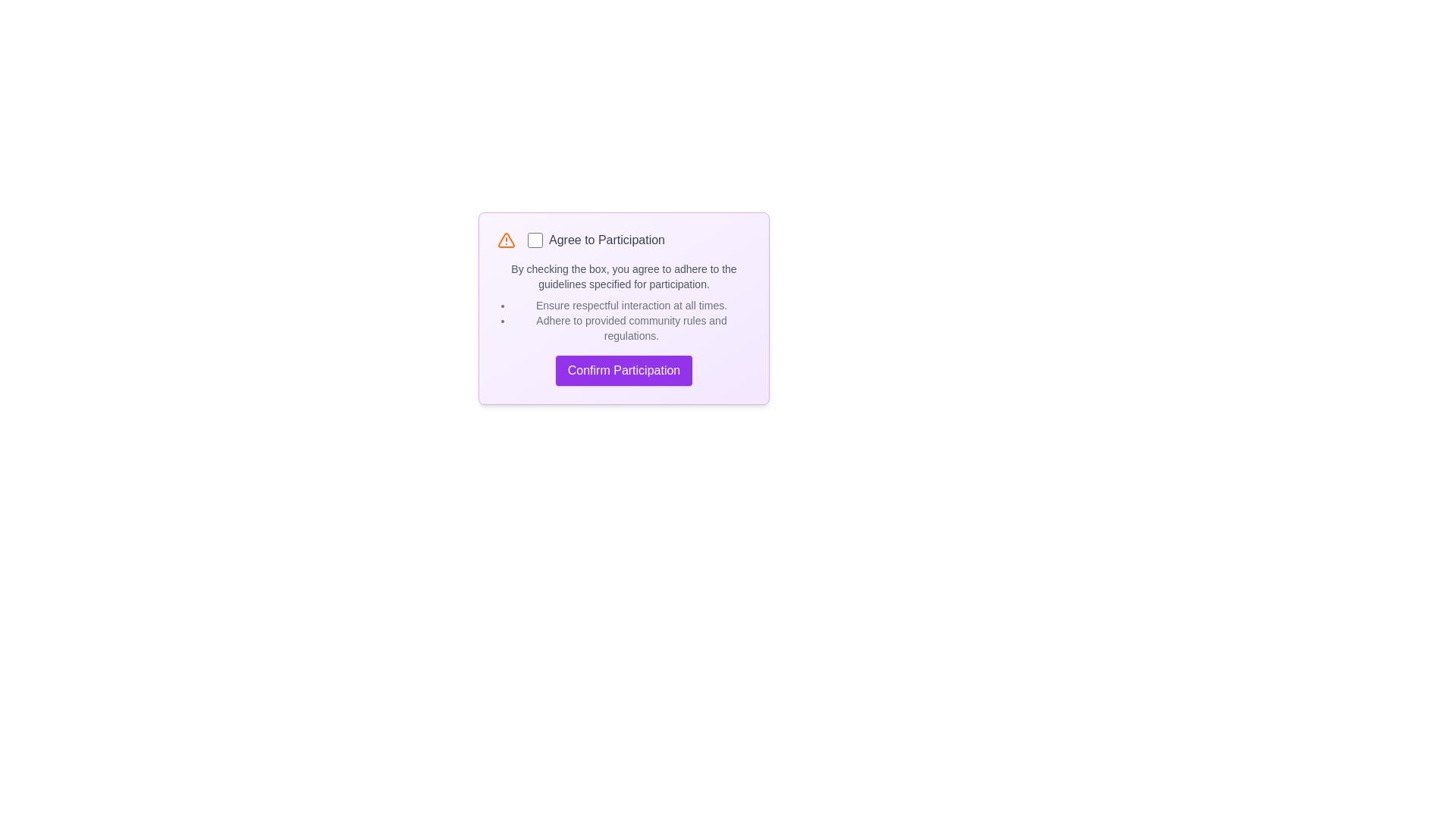 This screenshot has height=819, width=1456. What do you see at coordinates (595, 239) in the screenshot?
I see `the text label that reads 'Agree to Participation', which is styled in gray and positioned next to a checkbox in a light purple background` at bounding box center [595, 239].